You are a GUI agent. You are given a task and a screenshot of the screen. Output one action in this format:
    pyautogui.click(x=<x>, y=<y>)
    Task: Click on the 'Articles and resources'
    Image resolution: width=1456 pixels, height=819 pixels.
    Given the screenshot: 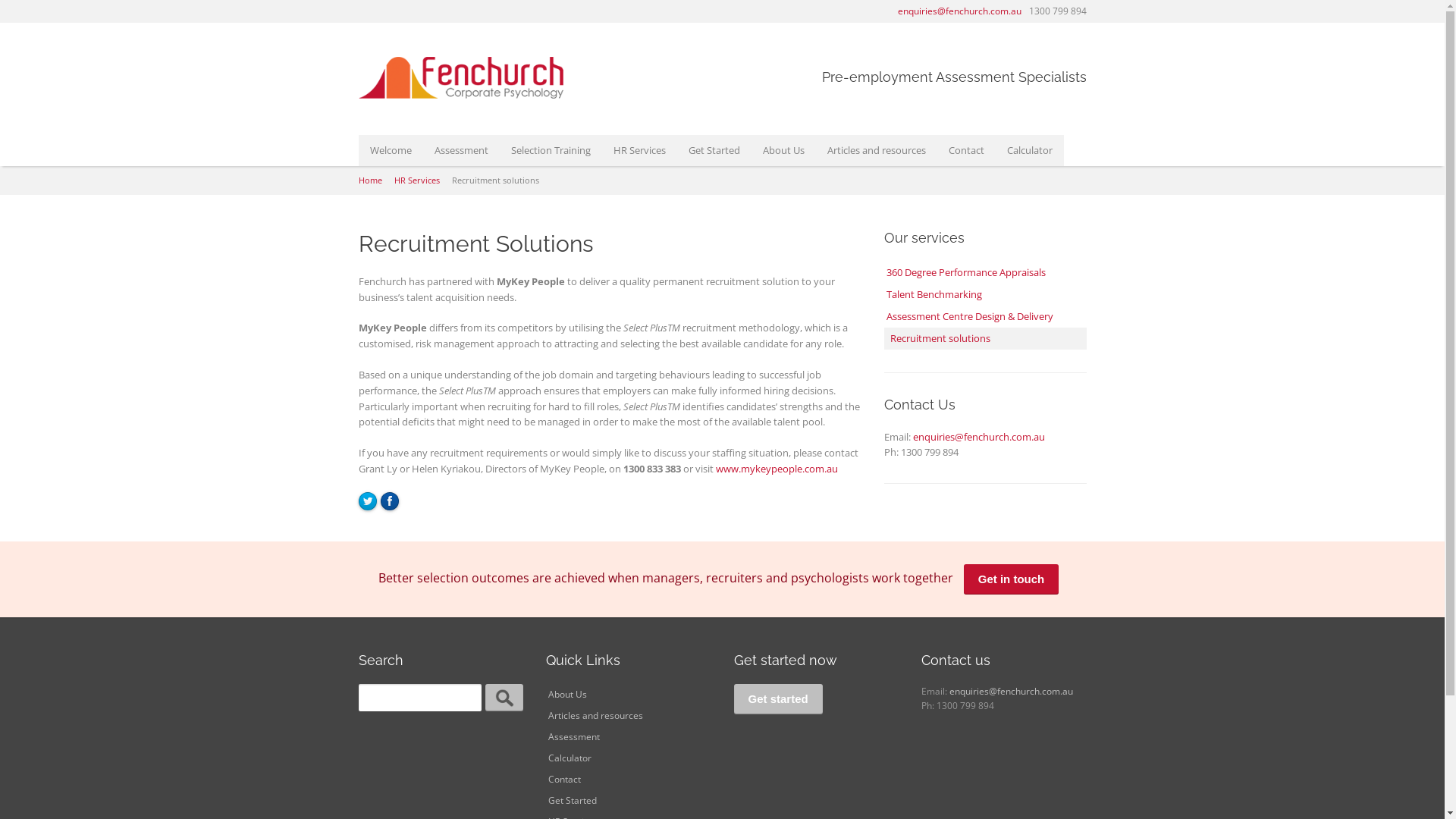 What is the action you would take?
    pyautogui.click(x=629, y=716)
    